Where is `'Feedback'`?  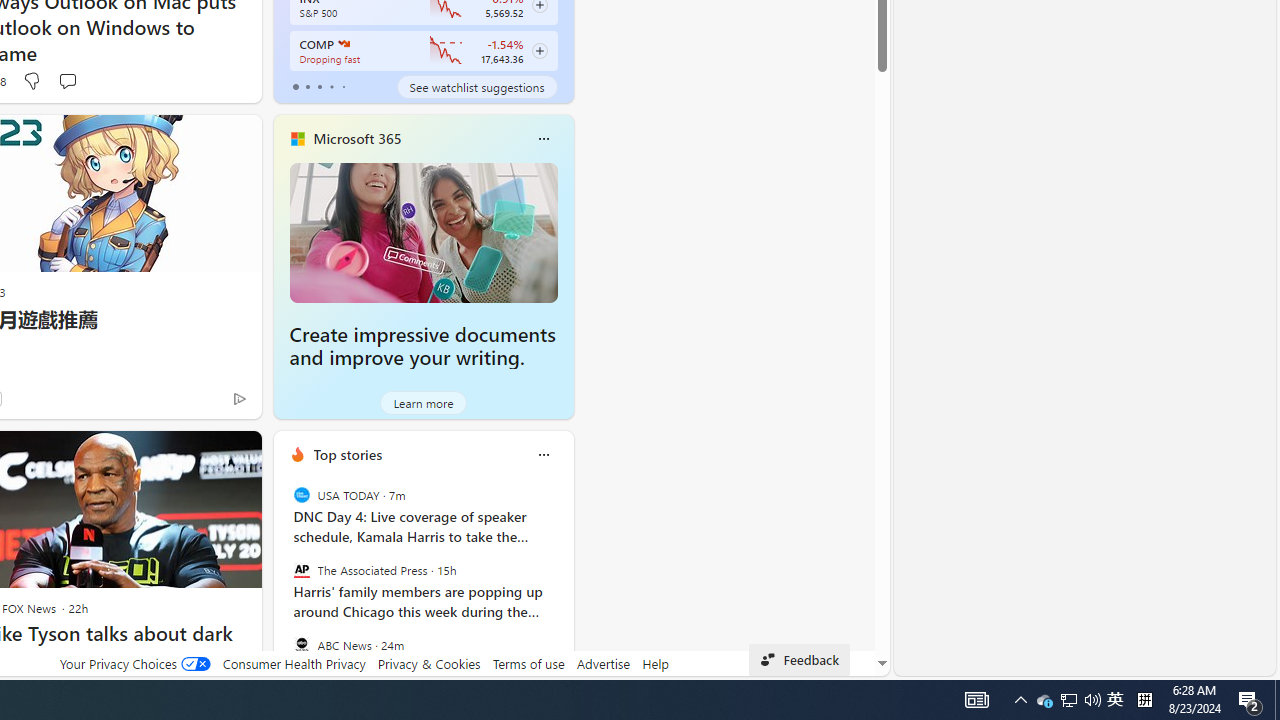 'Feedback' is located at coordinates (798, 659).